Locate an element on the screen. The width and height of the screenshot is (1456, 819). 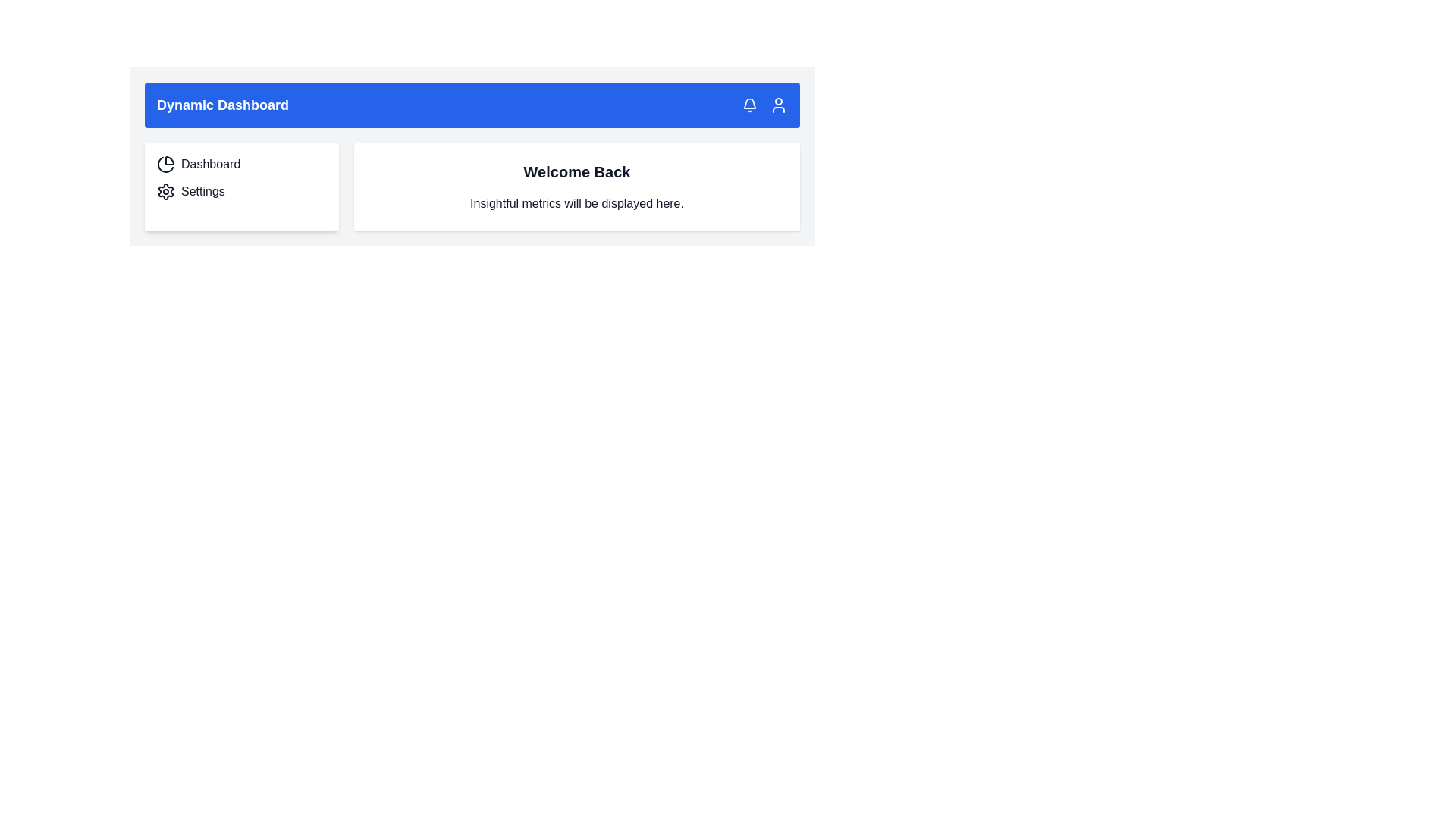
the gear-shaped settings icon located in the navigation panel is located at coordinates (166, 191).